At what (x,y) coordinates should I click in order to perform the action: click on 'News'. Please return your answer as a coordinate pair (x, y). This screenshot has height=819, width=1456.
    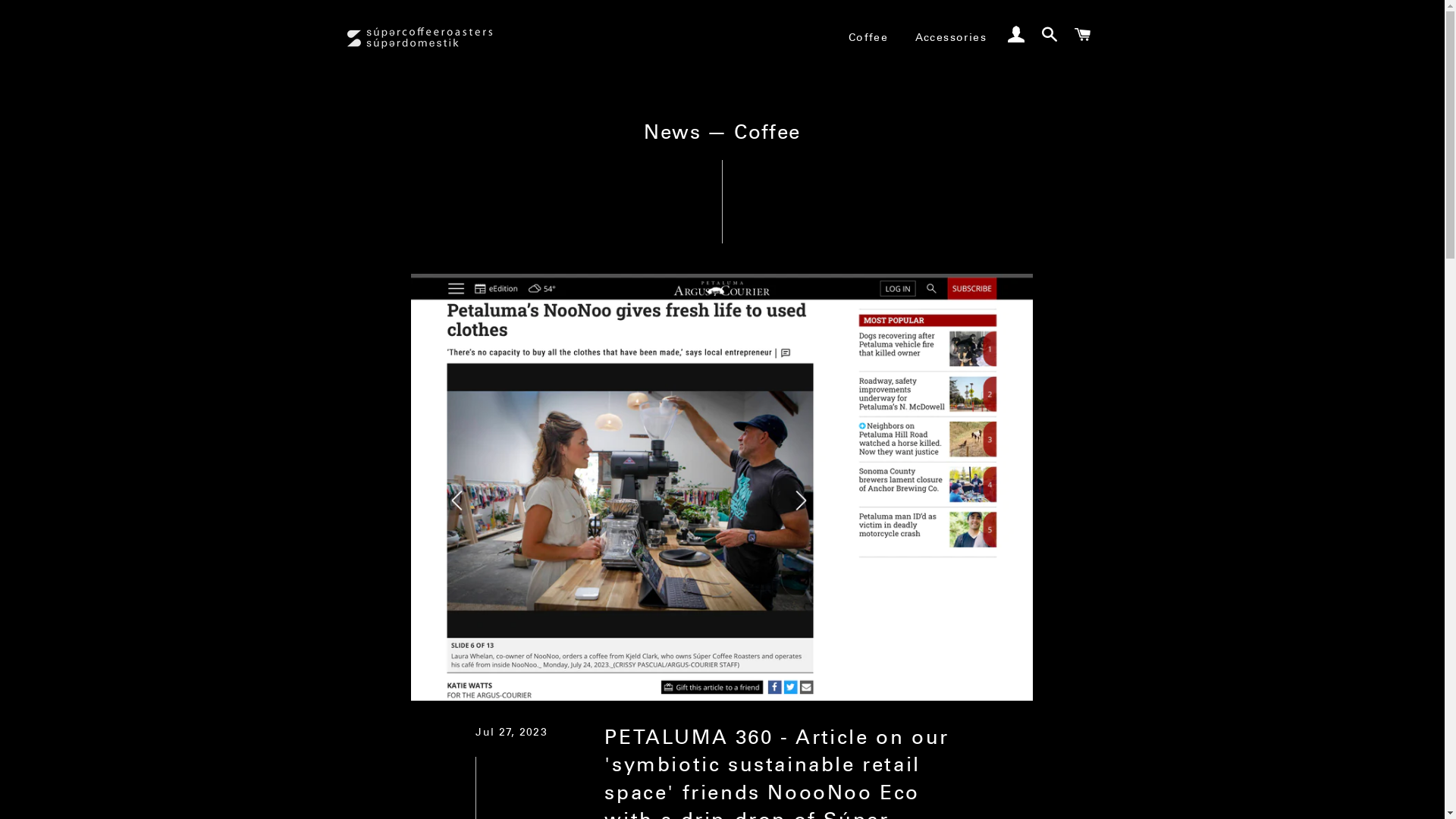
    Looking at the image, I should click on (671, 130).